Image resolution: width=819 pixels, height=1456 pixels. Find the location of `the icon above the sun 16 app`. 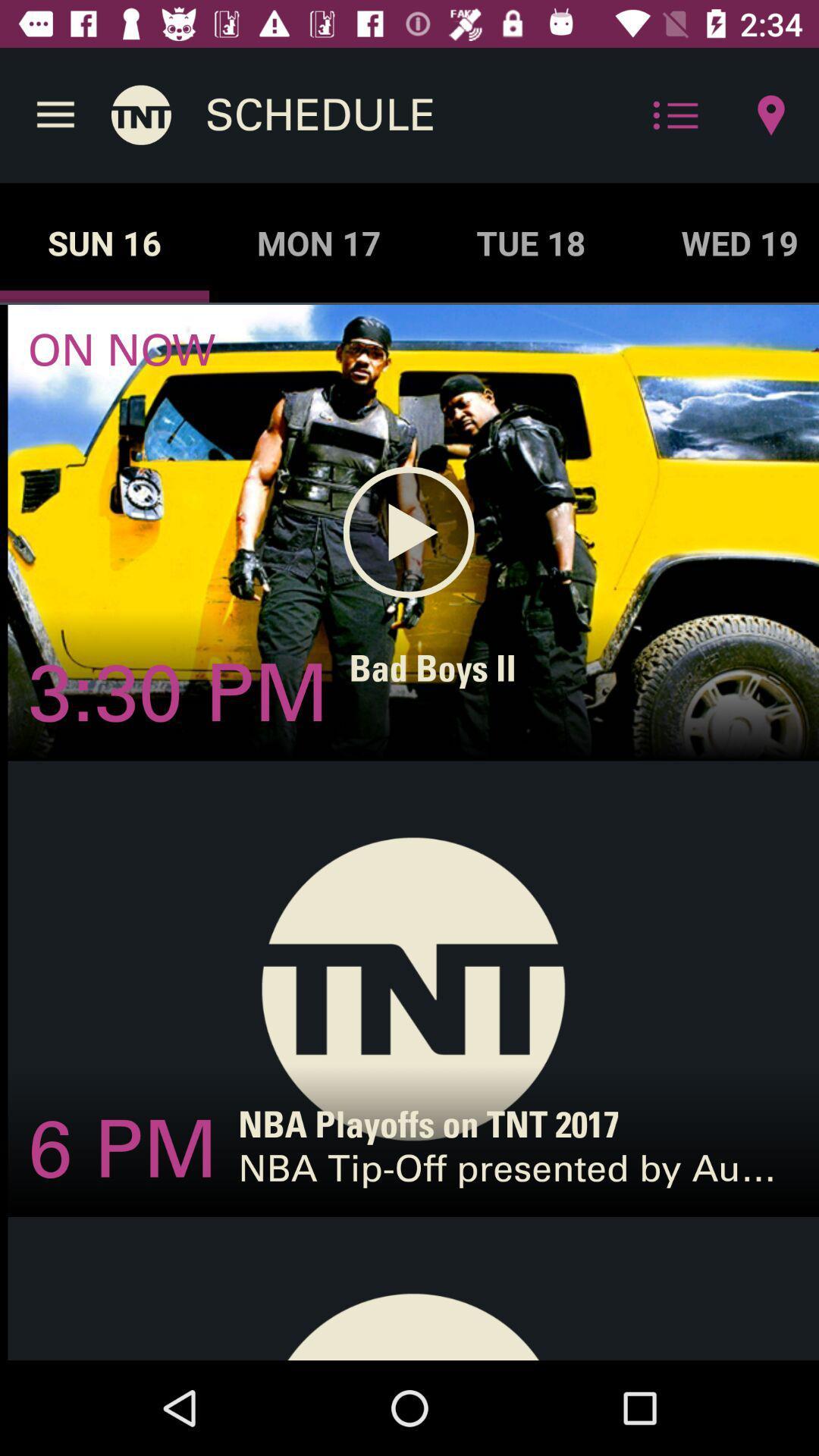

the icon above the sun 16 app is located at coordinates (141, 114).